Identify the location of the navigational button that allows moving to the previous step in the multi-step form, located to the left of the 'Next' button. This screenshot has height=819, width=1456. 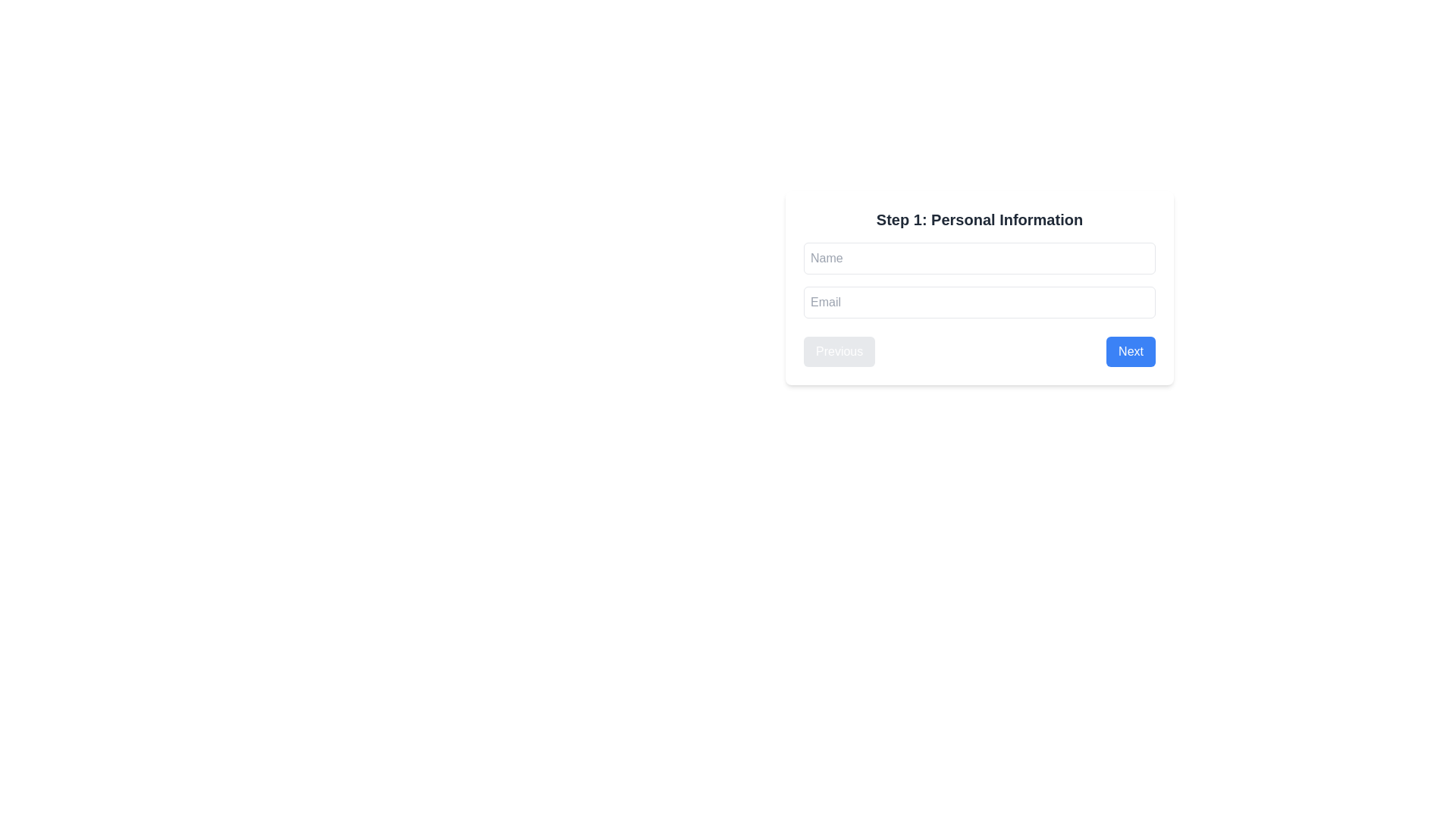
(839, 351).